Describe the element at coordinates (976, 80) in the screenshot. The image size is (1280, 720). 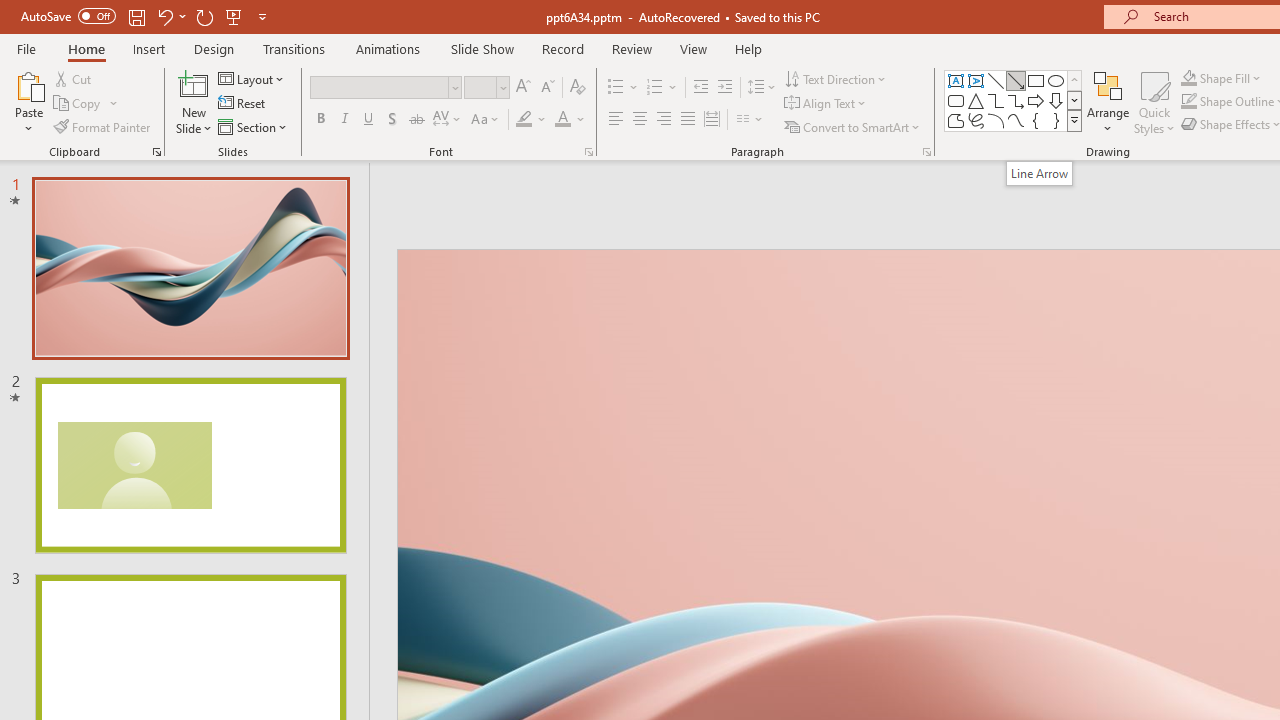
I see `'Vertical Text Box'` at that location.